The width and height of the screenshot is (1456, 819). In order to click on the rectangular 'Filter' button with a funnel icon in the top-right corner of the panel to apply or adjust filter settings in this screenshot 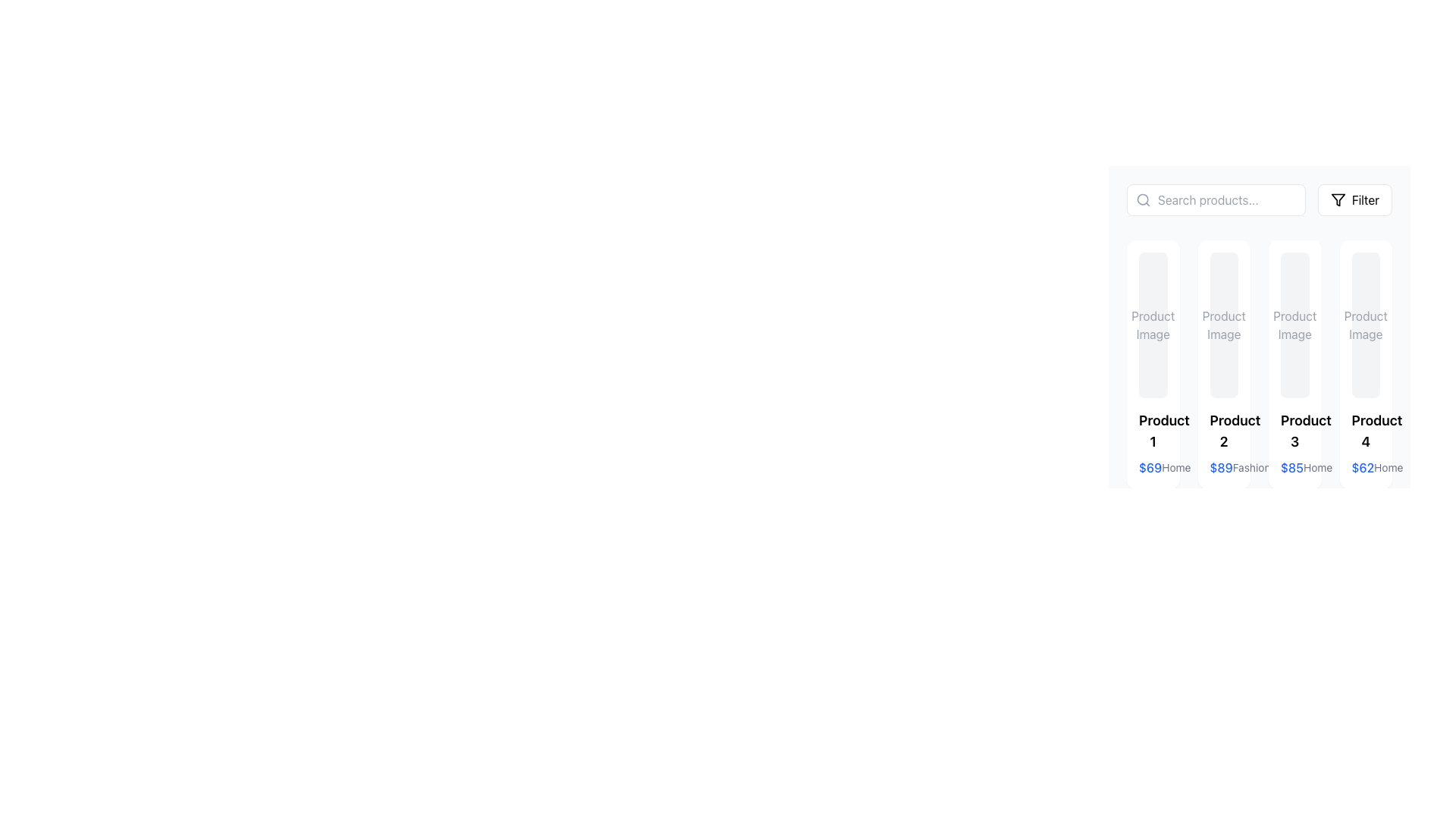, I will do `click(1354, 199)`.